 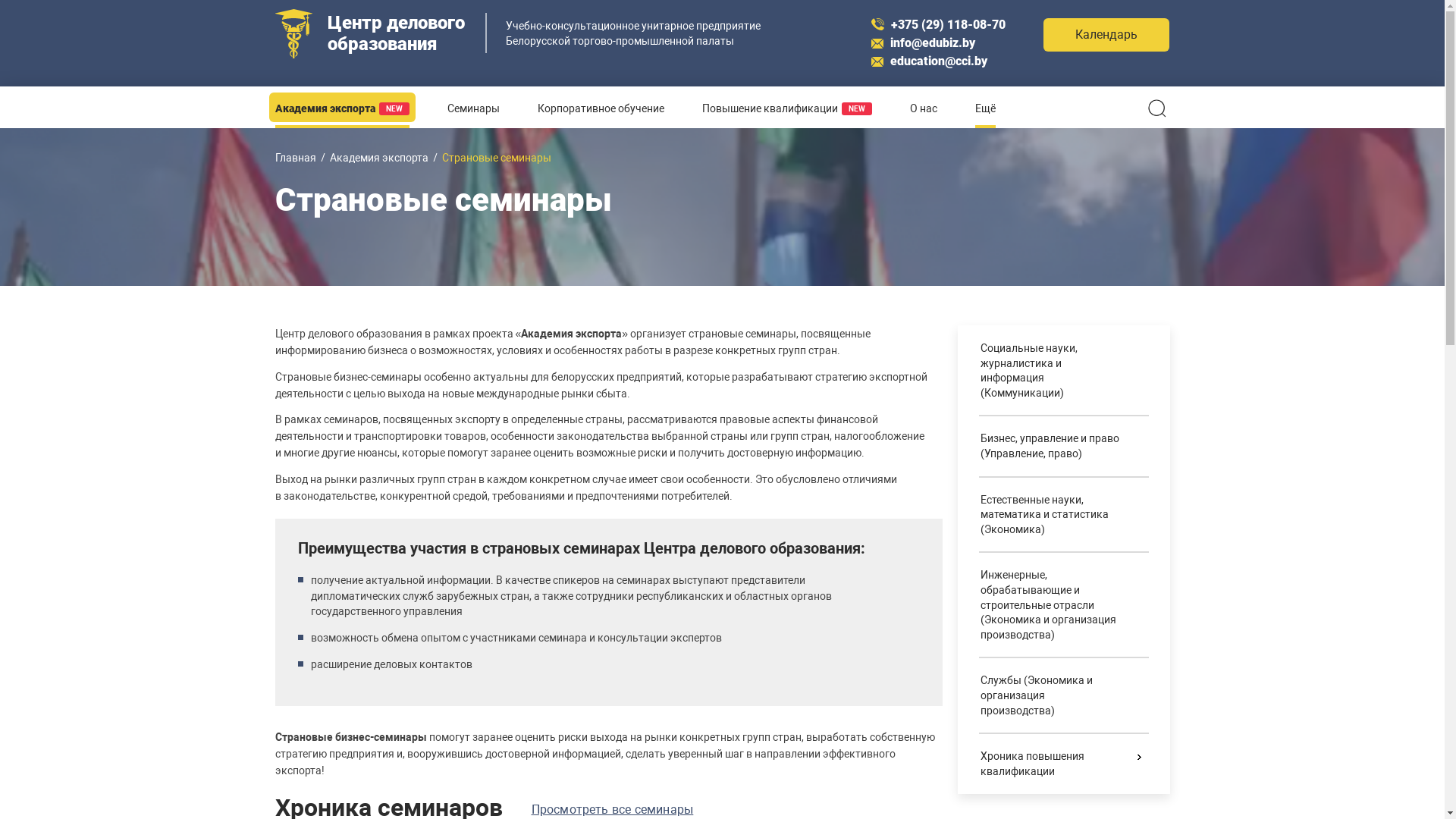 I want to click on 'education@cci.by', so click(x=928, y=60).